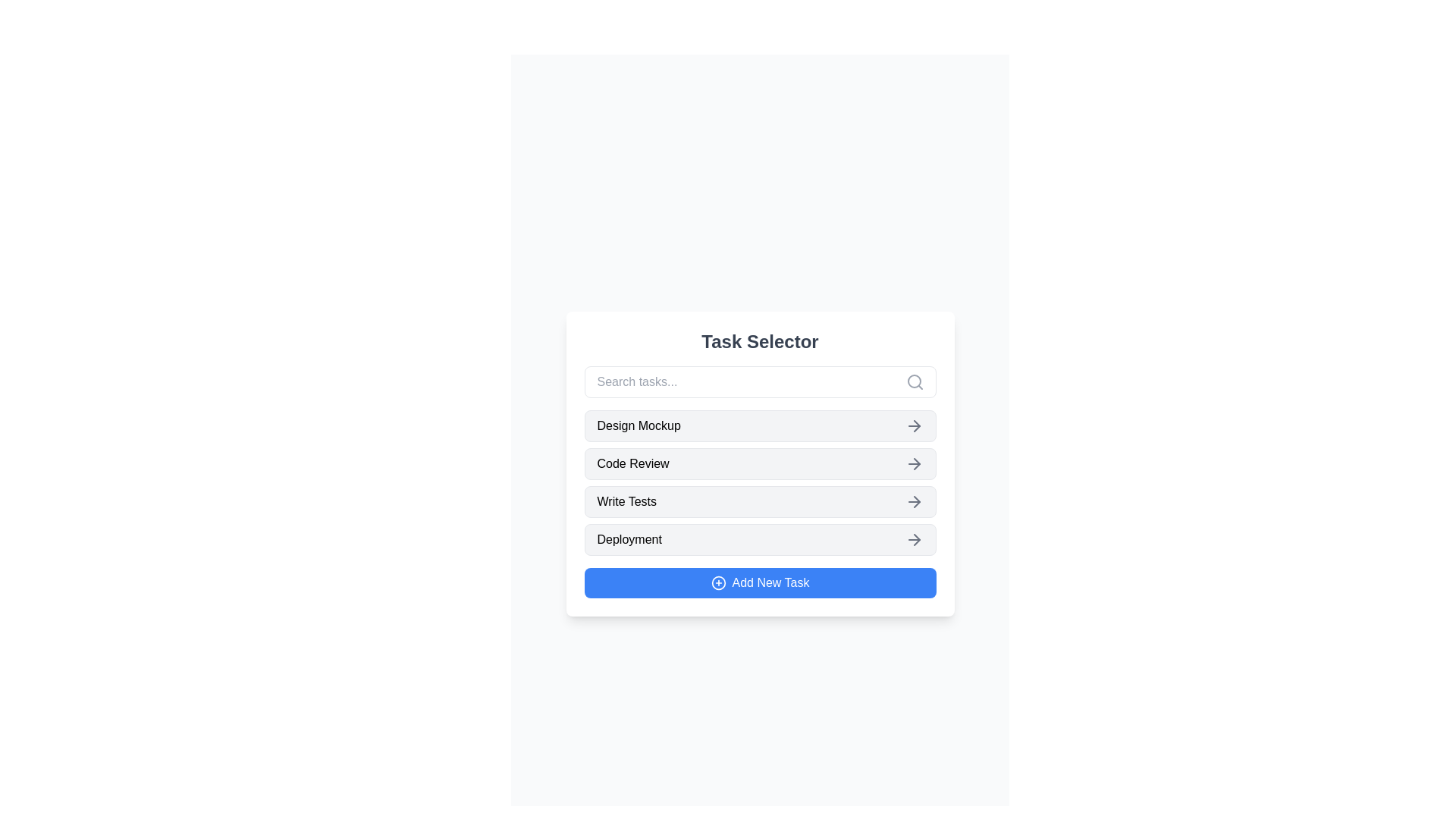 This screenshot has height=819, width=1456. Describe the element at coordinates (760, 426) in the screenshot. I see `the 'Design Mockup' selection button with a light gray background and rounded edges` at that location.